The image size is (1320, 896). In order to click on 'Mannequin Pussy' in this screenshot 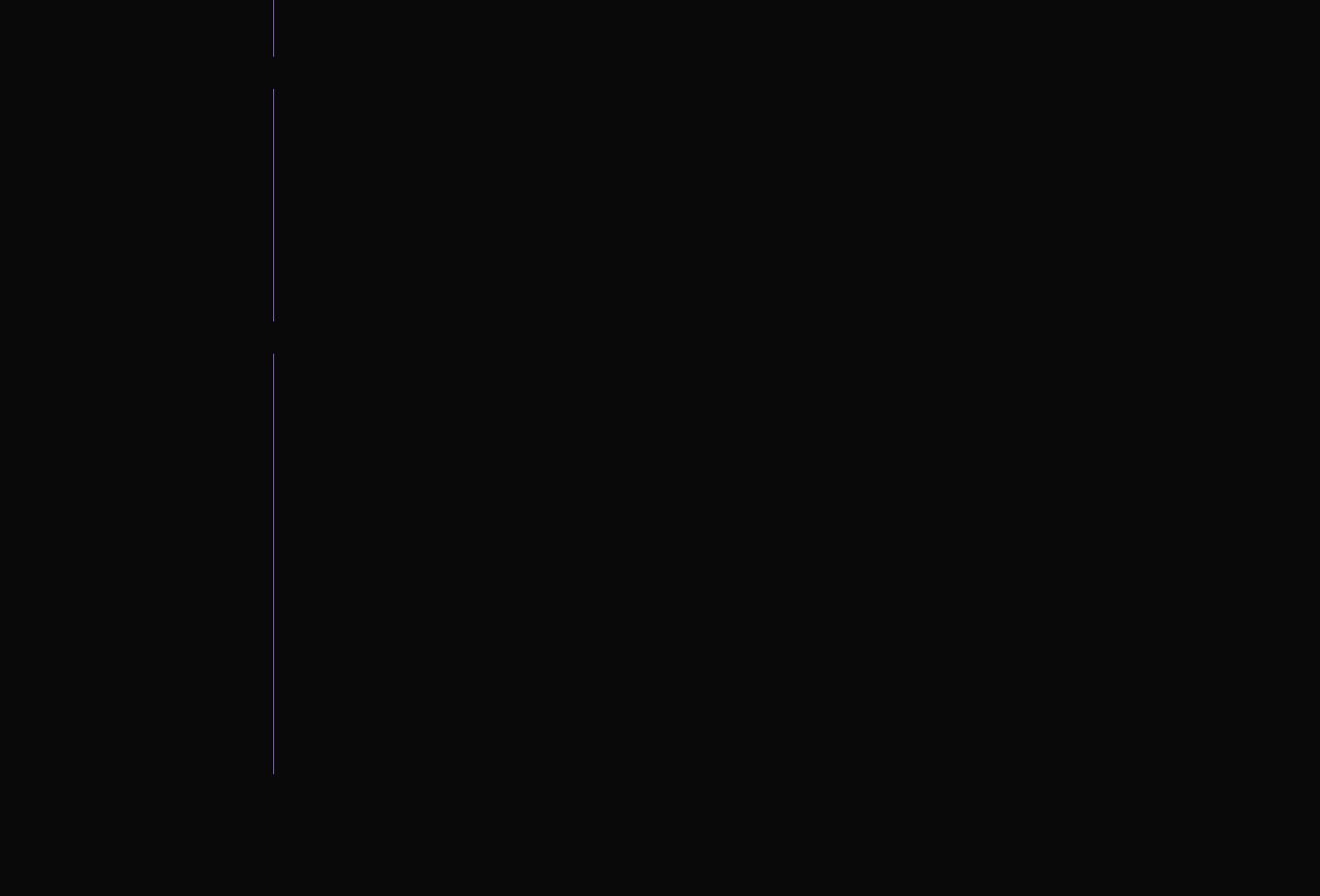, I will do `click(290, 154)`.